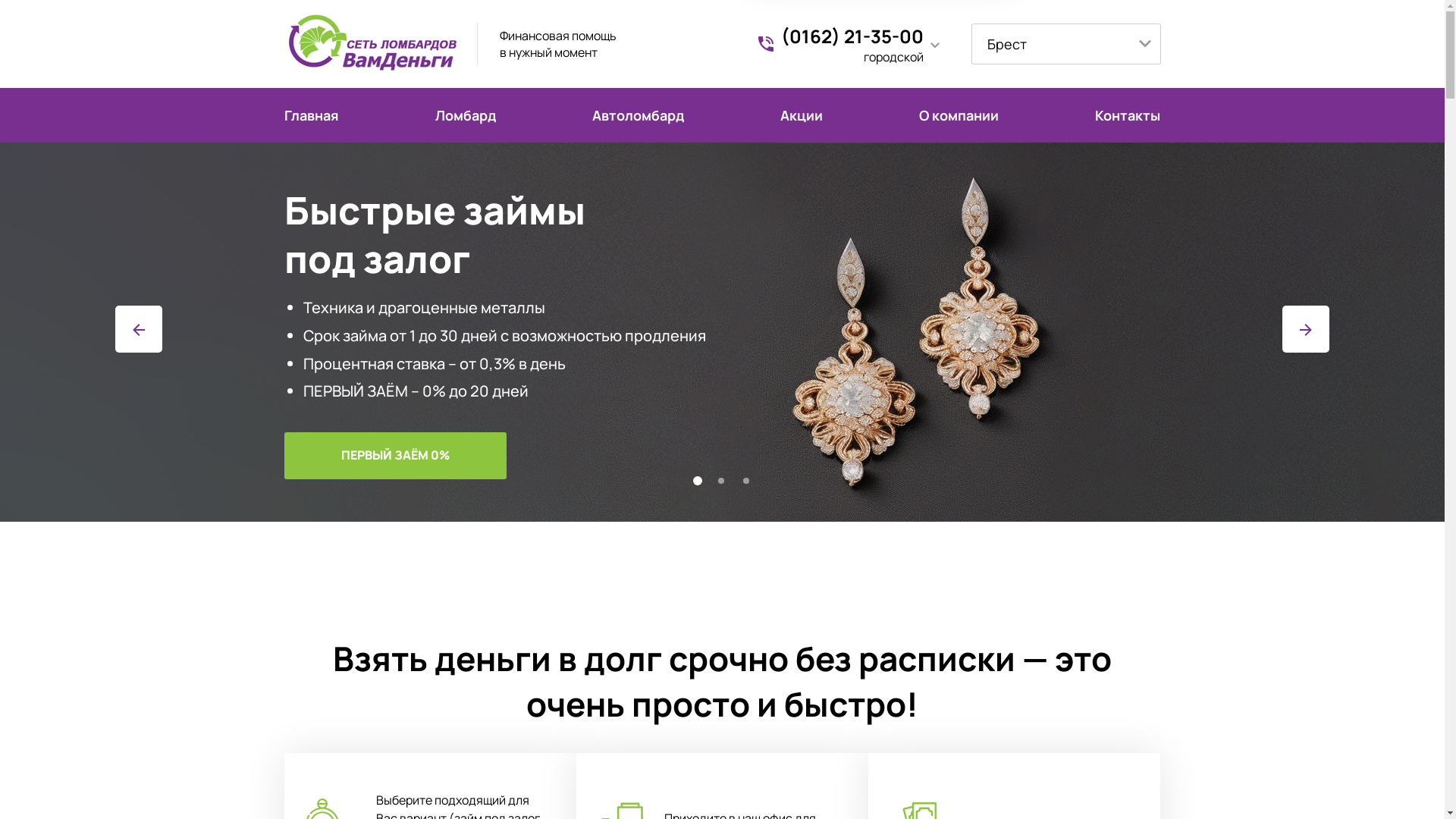  I want to click on '2', so click(717, 483).